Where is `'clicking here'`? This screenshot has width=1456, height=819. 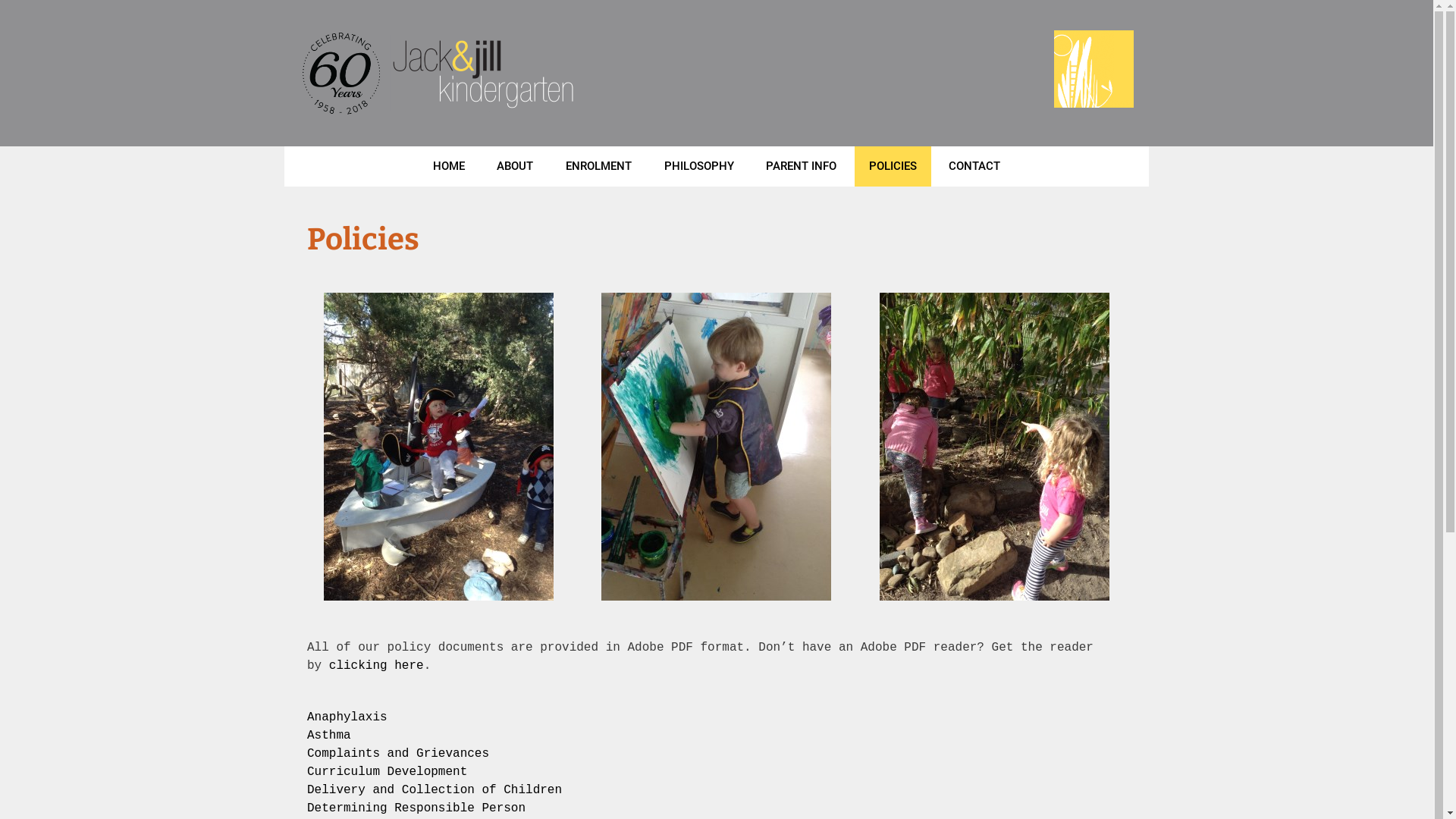 'clicking here' is located at coordinates (328, 665).